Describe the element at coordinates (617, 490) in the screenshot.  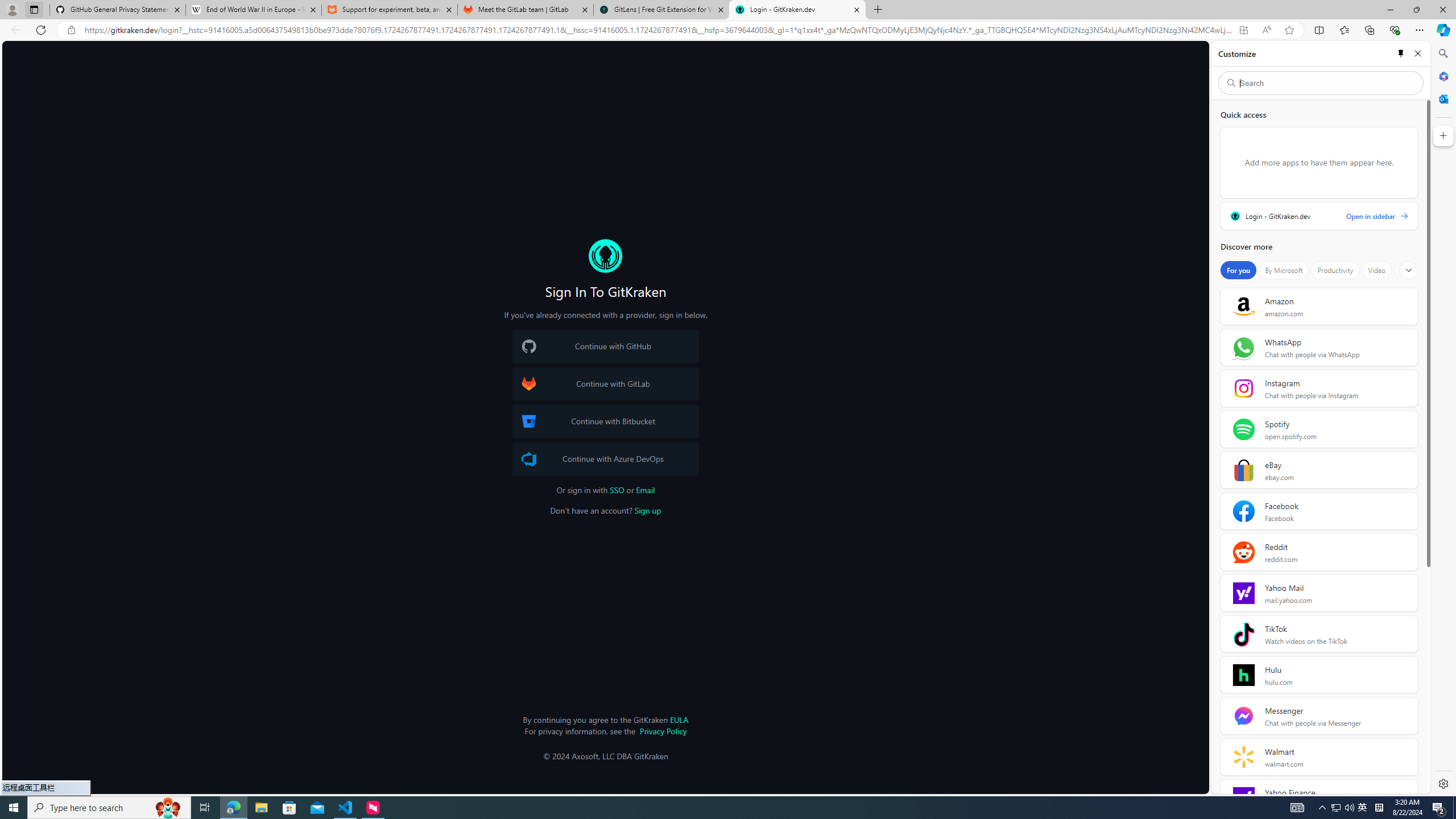
I see `'SSO'` at that location.